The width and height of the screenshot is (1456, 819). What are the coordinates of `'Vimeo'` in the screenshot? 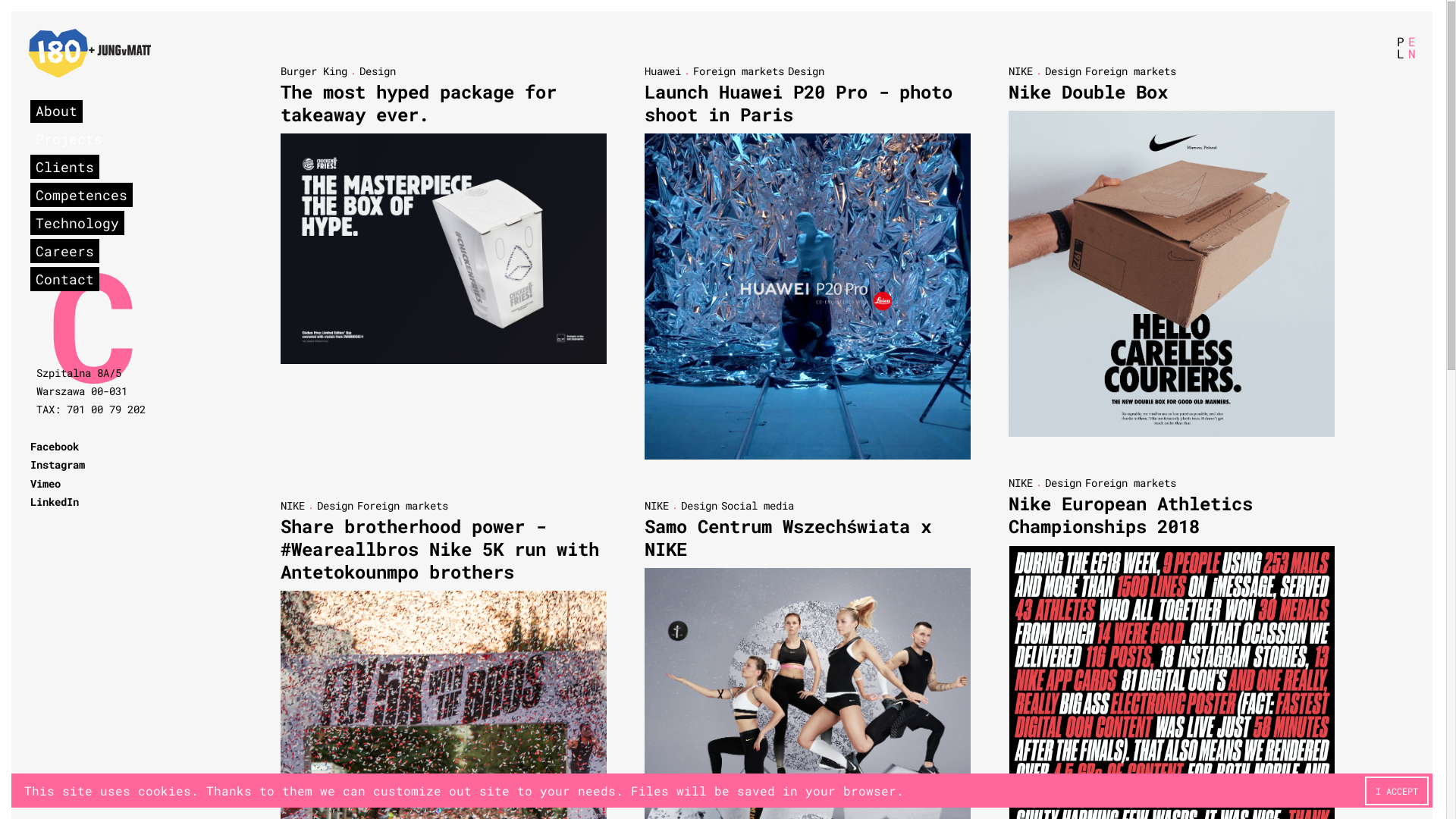 It's located at (45, 485).